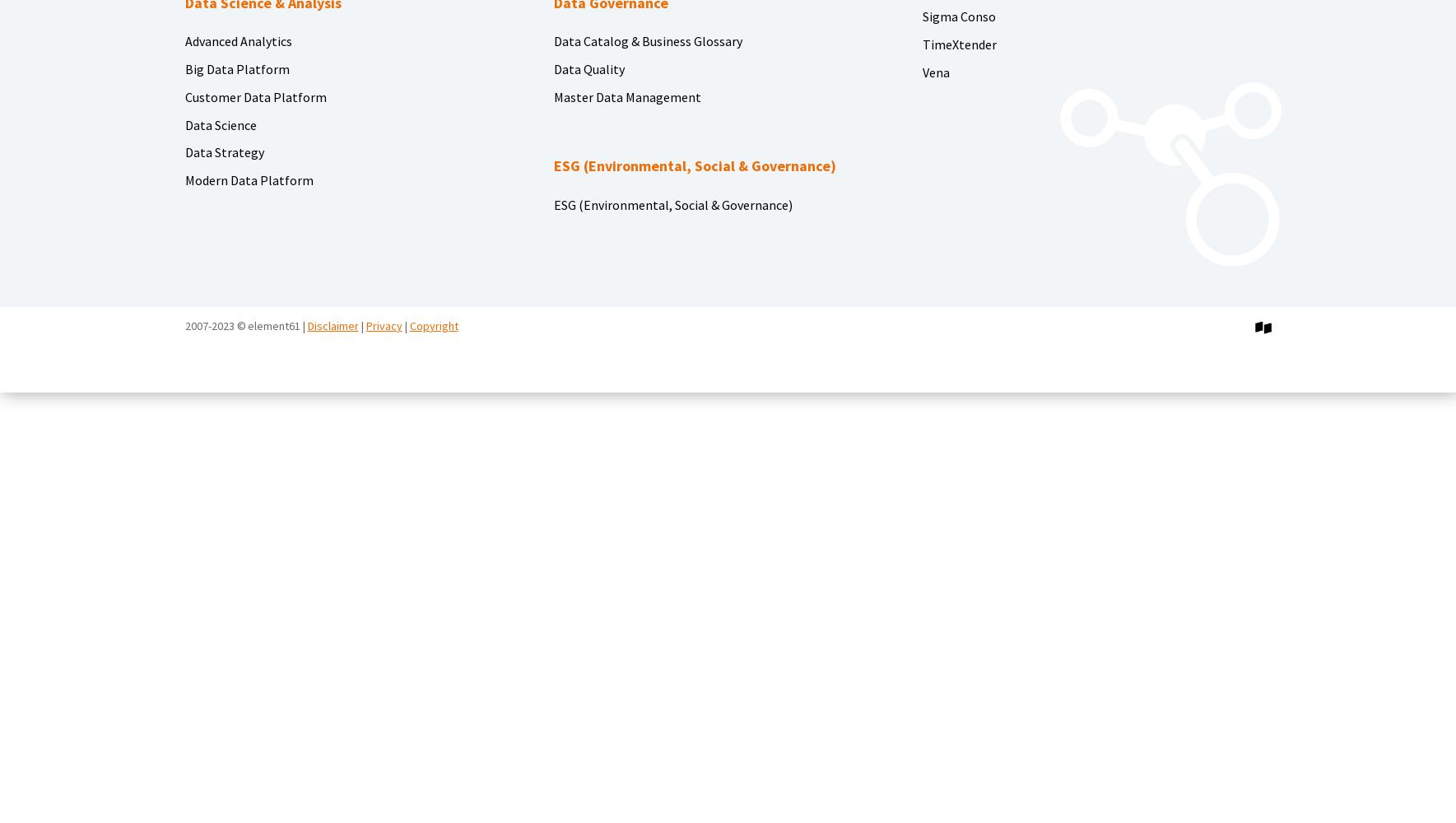 This screenshot has height=823, width=1456. I want to click on 'Master Data Management', so click(626, 95).